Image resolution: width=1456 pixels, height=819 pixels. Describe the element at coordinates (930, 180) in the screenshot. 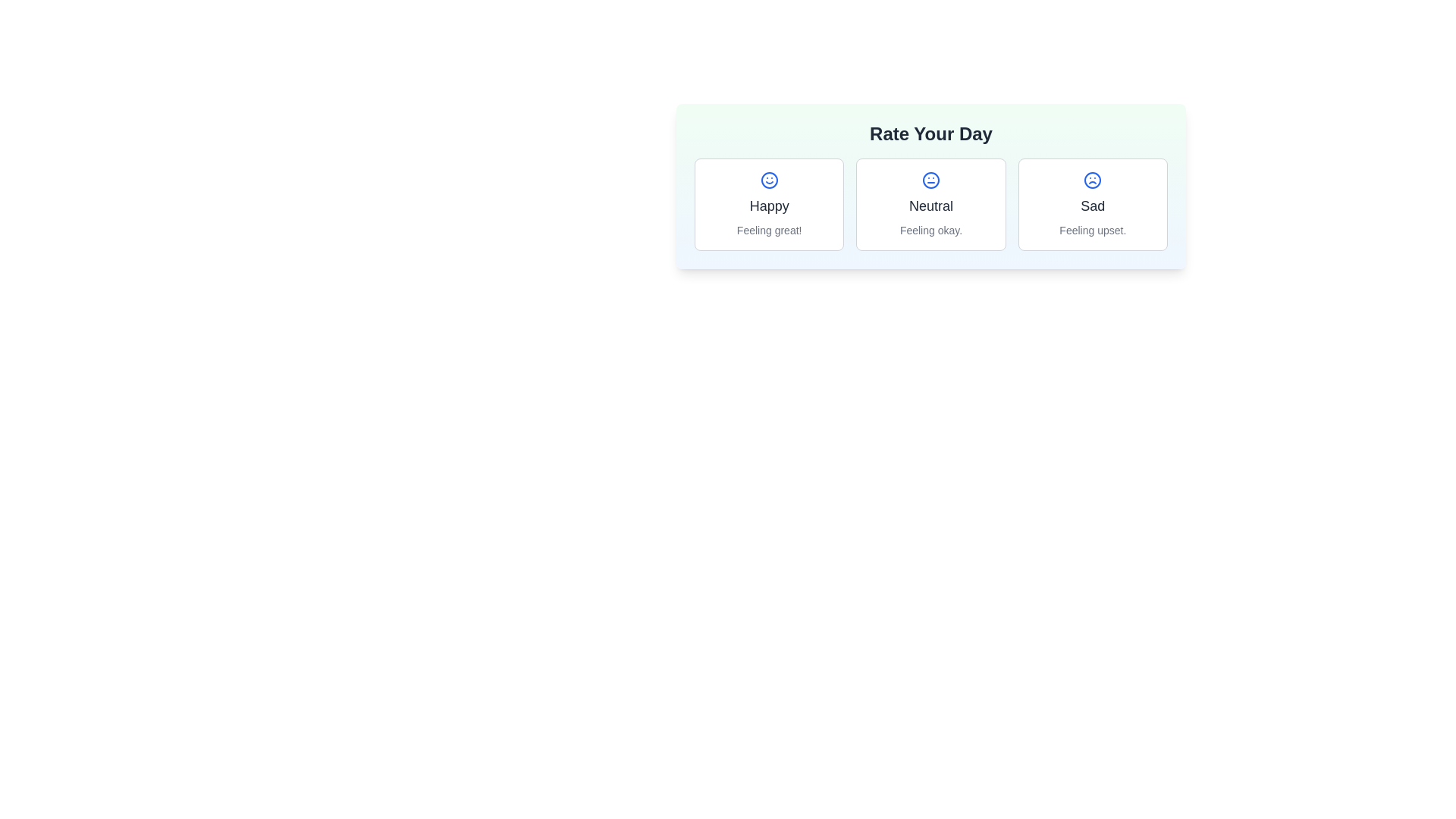

I see `the blue circular shape in the center of the neutral face icon within the 'Rate Your Day' interface` at that location.